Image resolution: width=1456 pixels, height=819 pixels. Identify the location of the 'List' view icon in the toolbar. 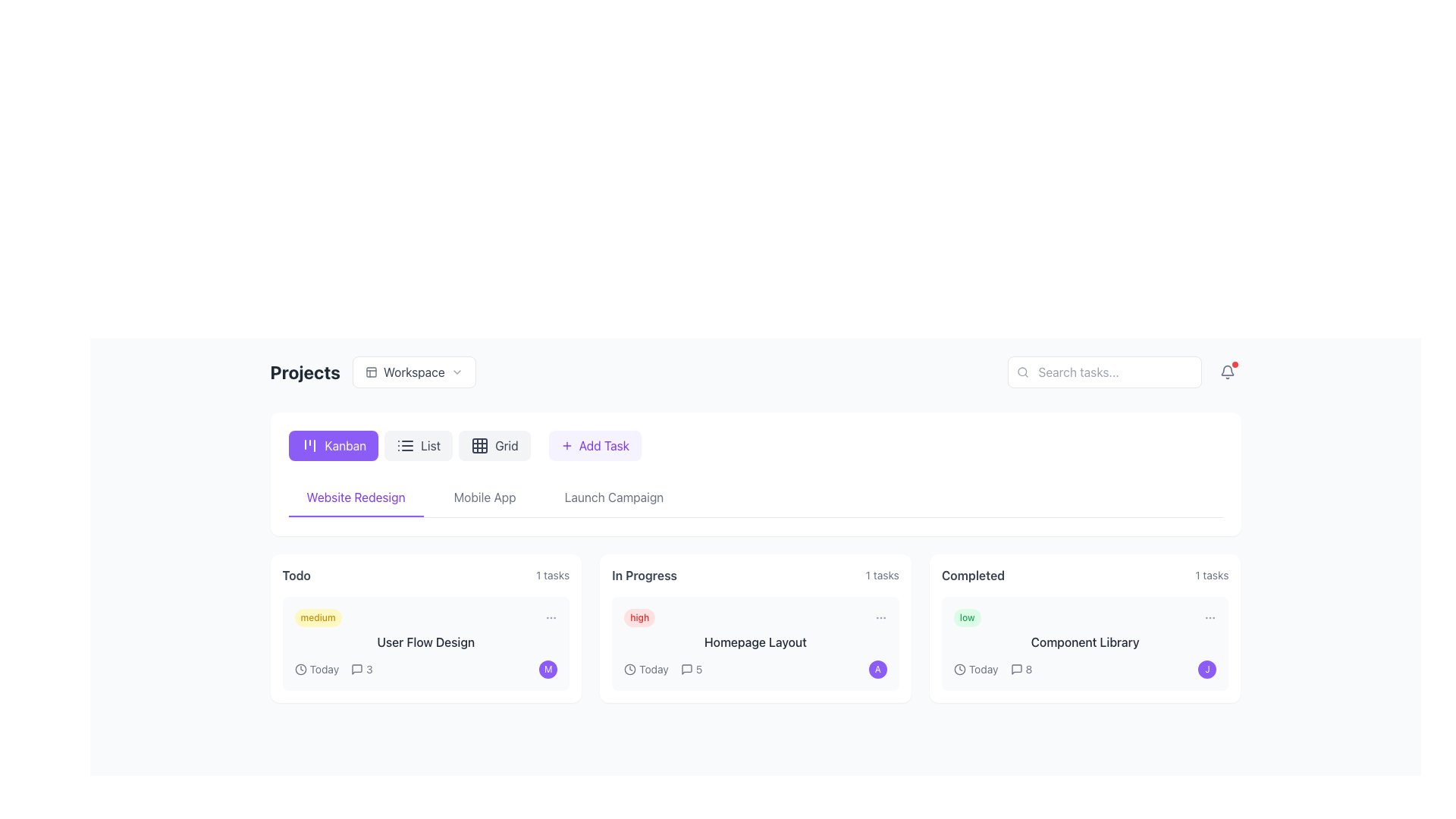
(406, 444).